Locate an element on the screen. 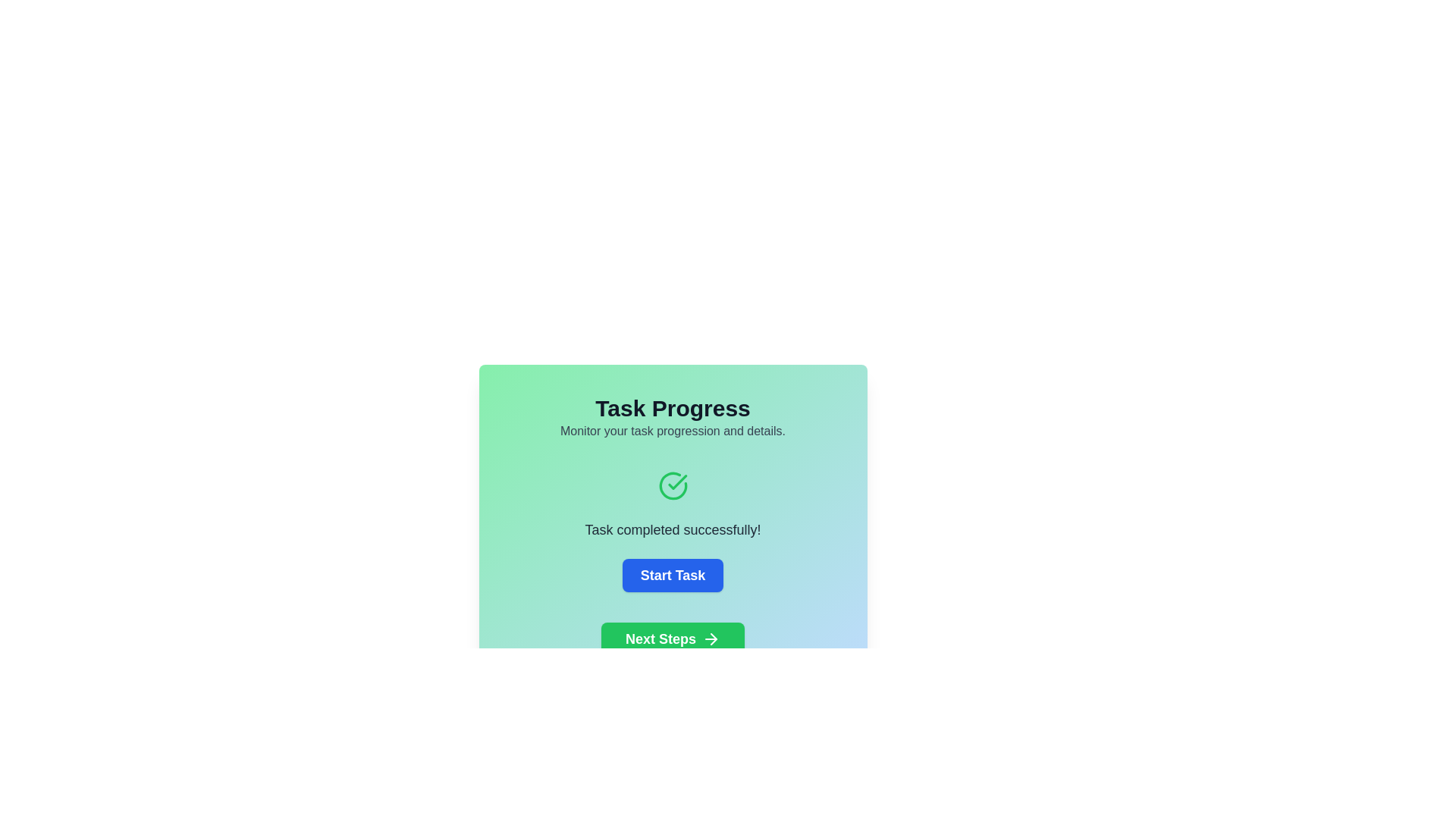 The image size is (1456, 819). the 'Next Steps' button is located at coordinates (672, 639).